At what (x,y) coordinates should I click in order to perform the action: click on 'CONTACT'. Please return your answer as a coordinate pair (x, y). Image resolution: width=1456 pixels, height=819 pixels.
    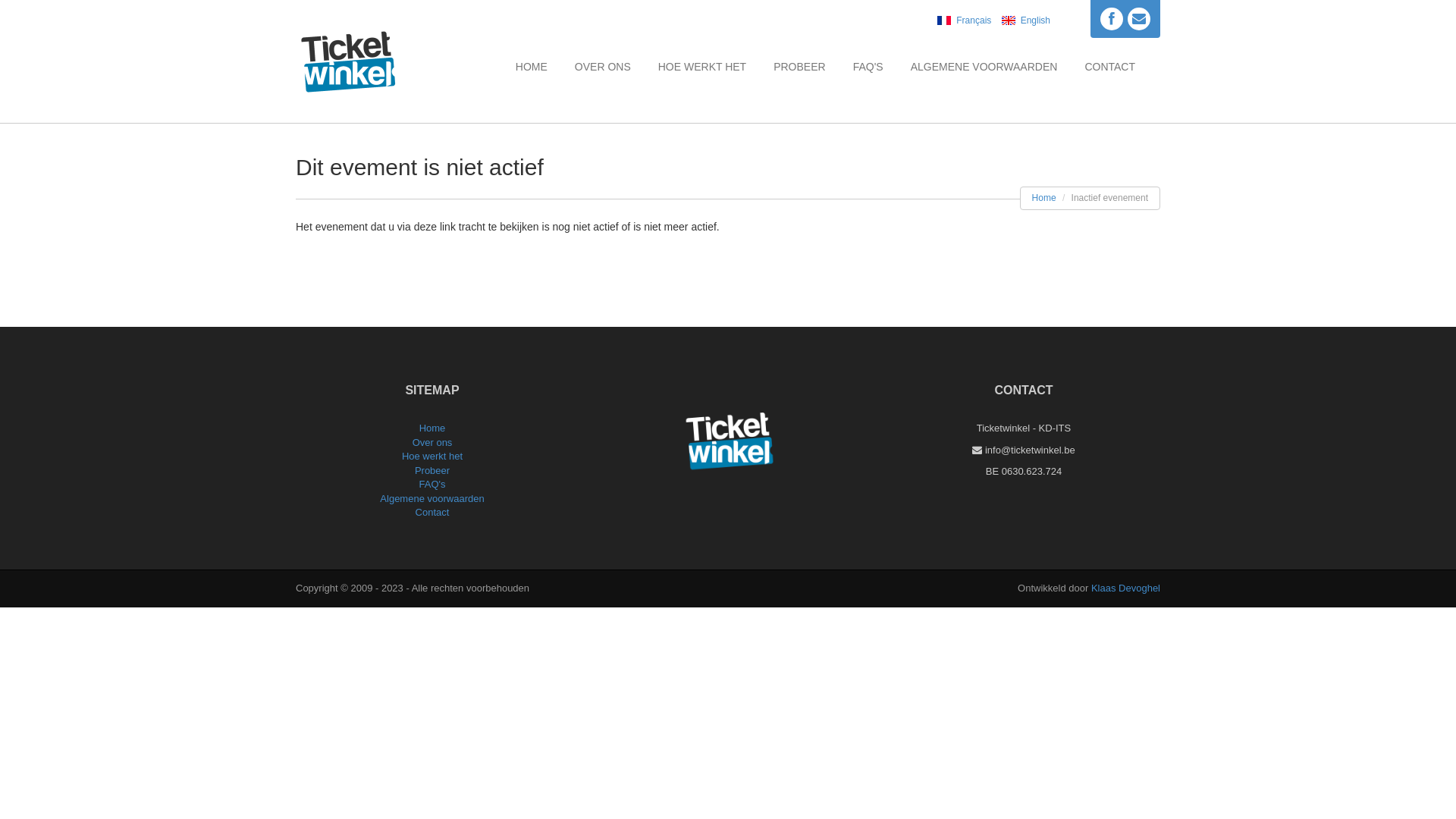
    Looking at the image, I should click on (1109, 66).